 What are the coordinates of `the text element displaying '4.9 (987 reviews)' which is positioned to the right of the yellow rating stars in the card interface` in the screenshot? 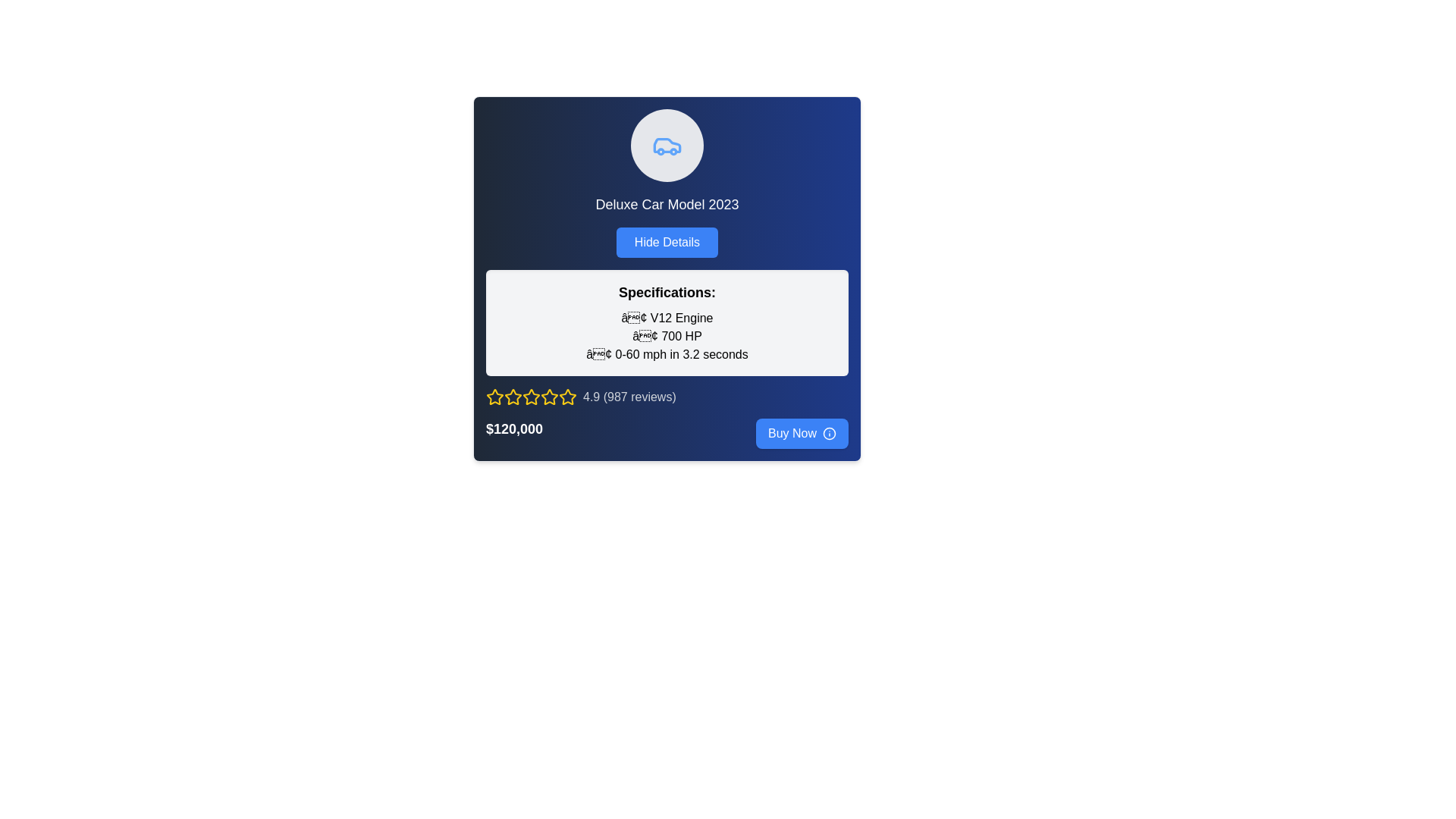 It's located at (629, 397).